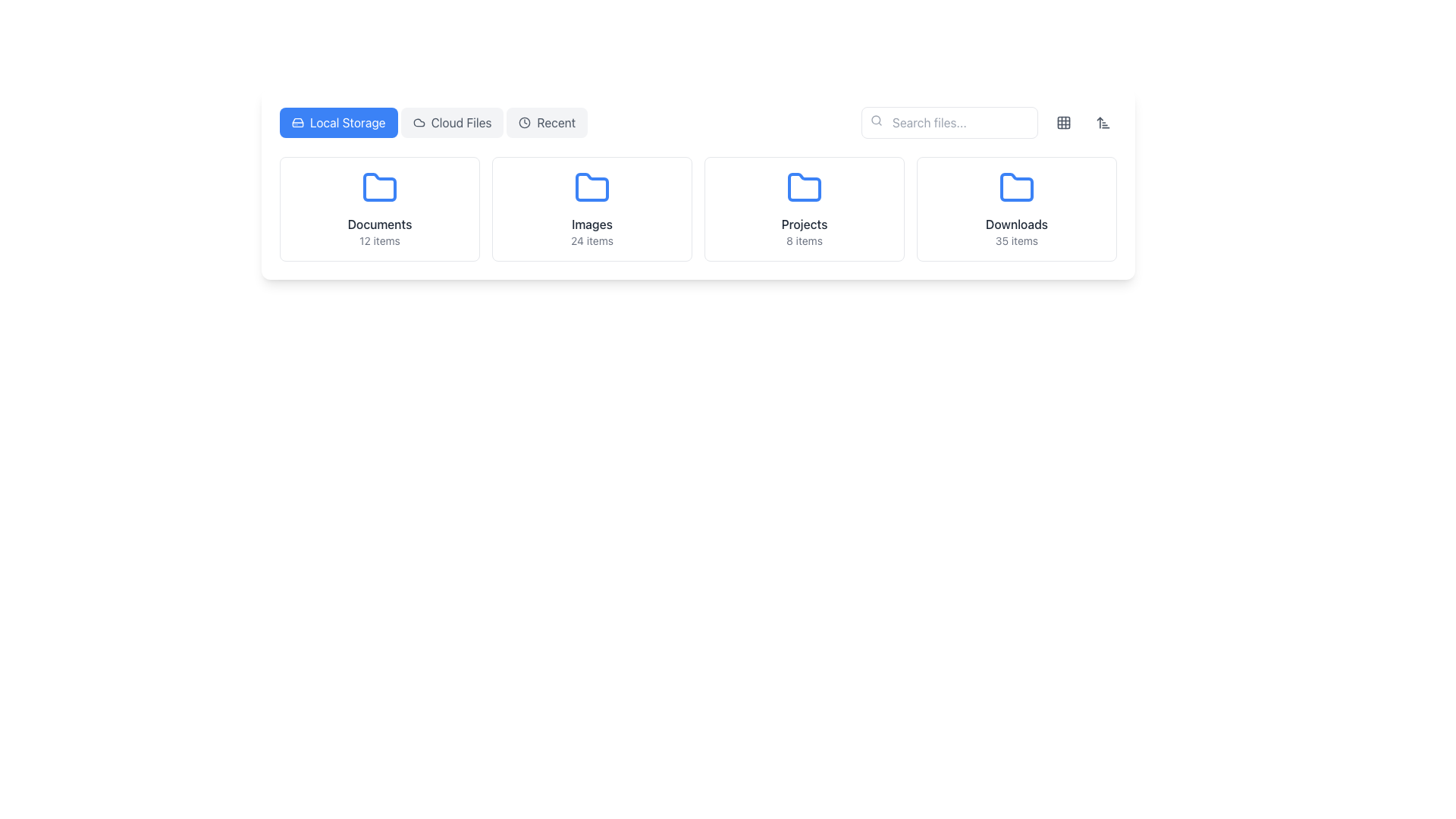 This screenshot has height=819, width=1456. Describe the element at coordinates (432, 122) in the screenshot. I see `the 'Cloud Files' tab in the navigation bar` at that location.